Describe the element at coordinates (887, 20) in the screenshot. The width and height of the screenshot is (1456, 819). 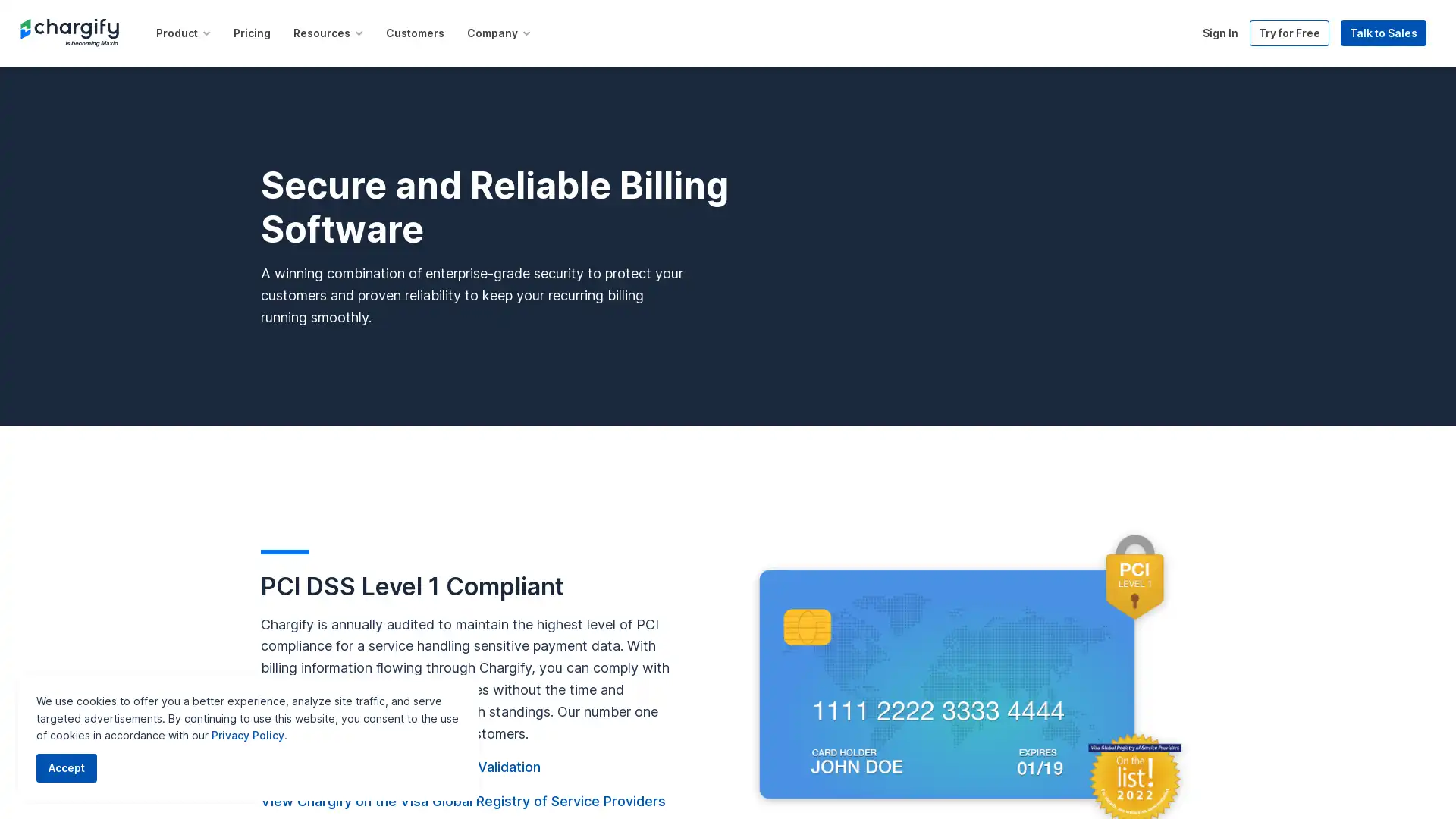
I see `Learn More` at that location.